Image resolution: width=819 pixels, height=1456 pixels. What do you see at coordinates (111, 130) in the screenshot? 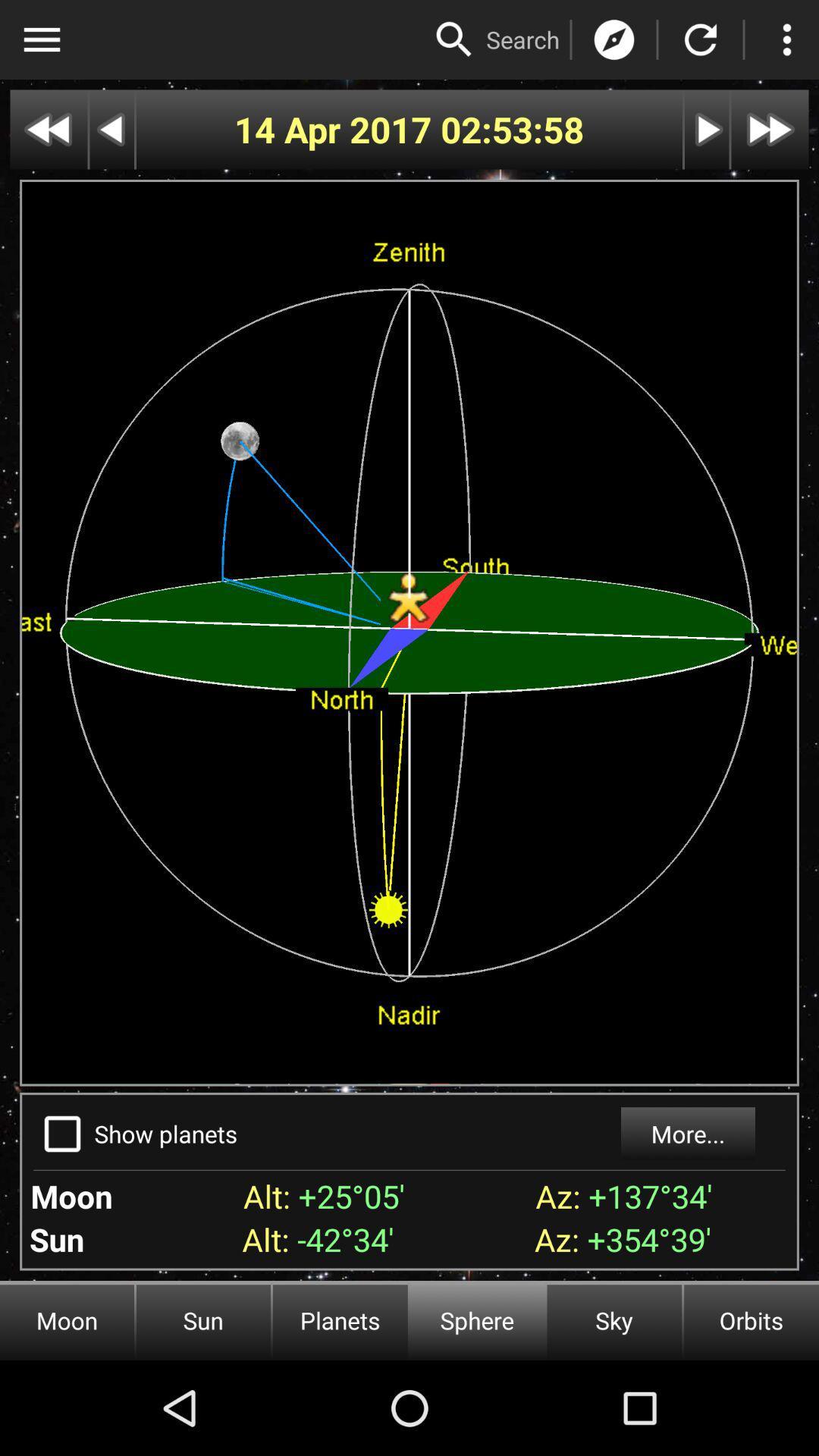
I see `previous` at bounding box center [111, 130].